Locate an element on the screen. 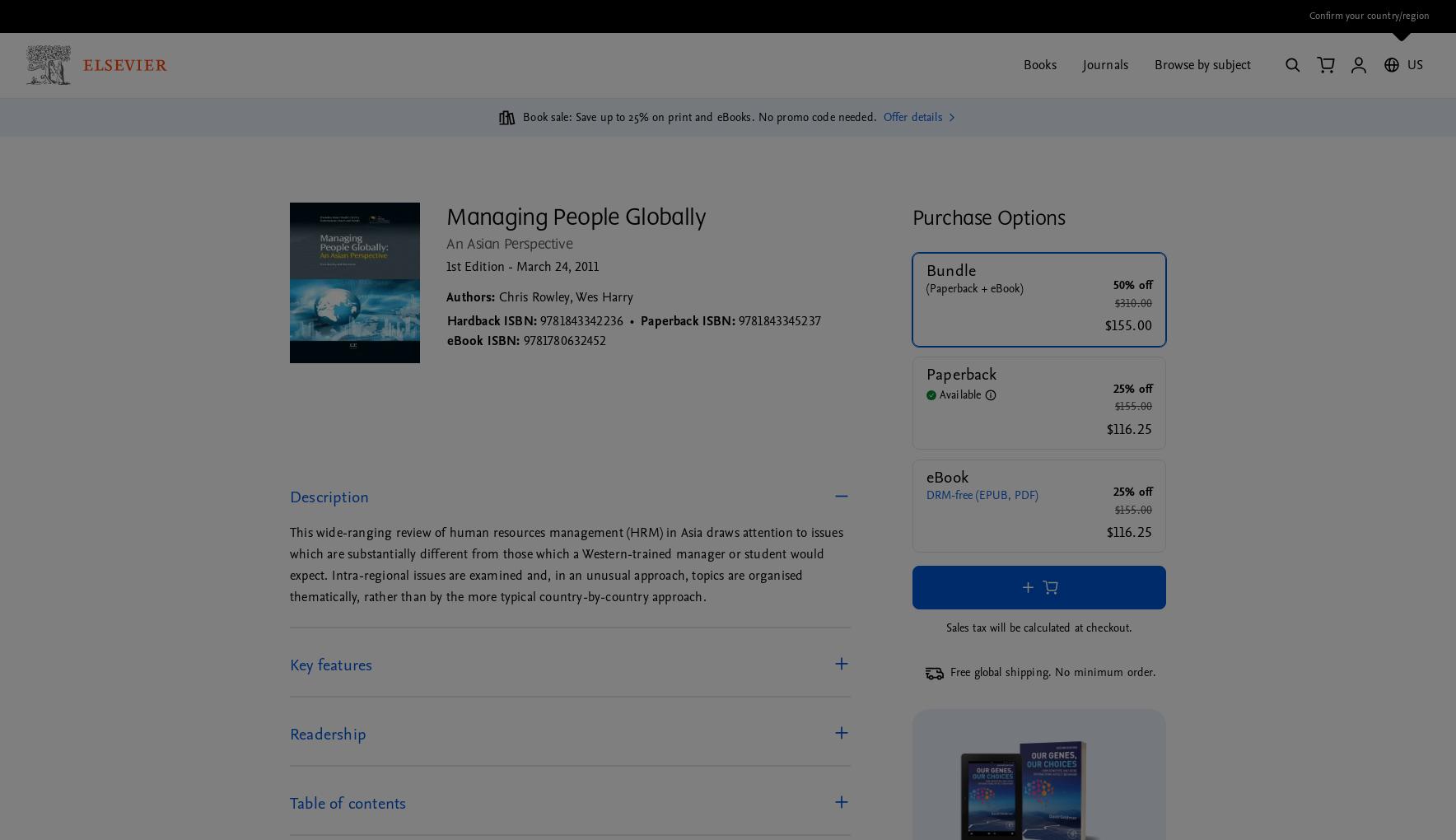 This screenshot has width=1456, height=840. 'US' is located at coordinates (1415, 64).